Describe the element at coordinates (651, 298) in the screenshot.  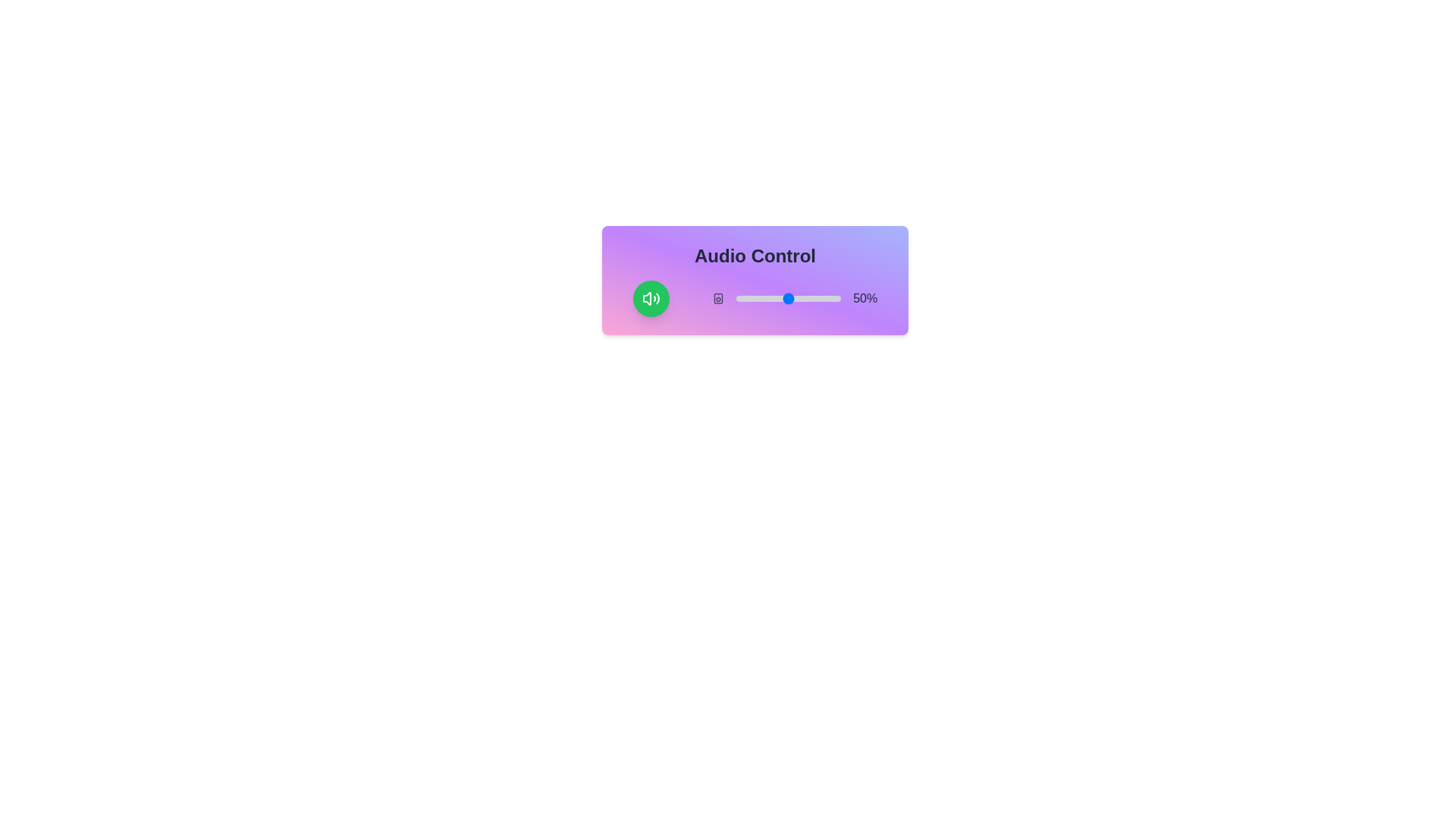
I see `the mute/unmute button to observe its visual state change` at that location.